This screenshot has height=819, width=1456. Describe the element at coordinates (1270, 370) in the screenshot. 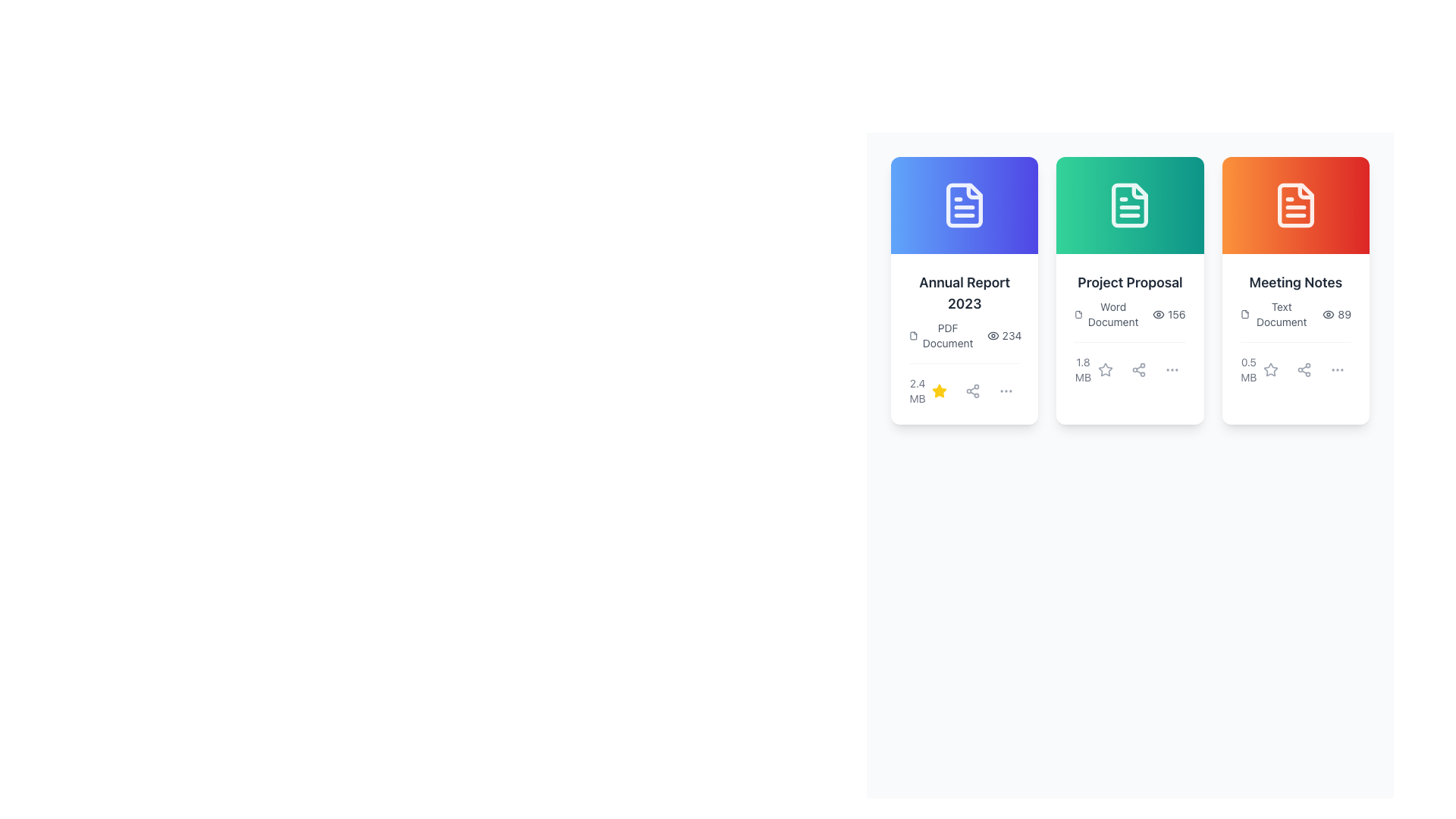

I see `the star icon in the third card representing the document titled 'Meeting Notes'` at that location.